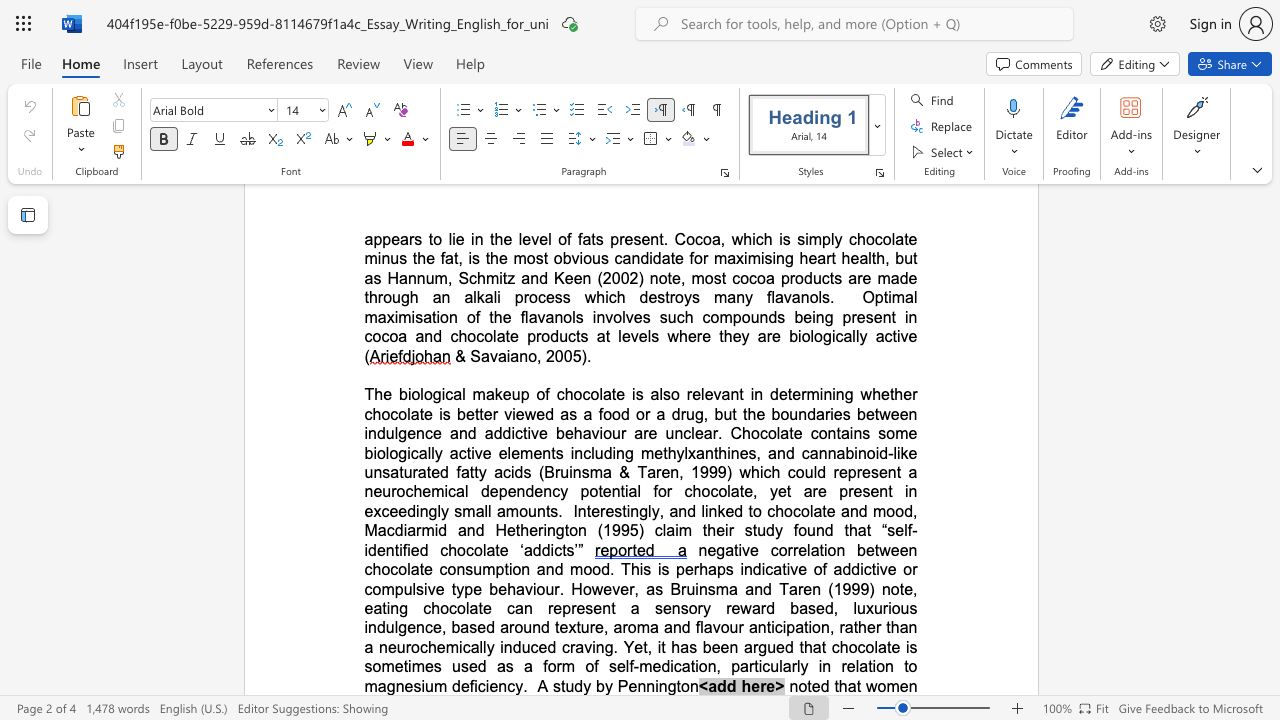 The height and width of the screenshot is (720, 1280). What do you see at coordinates (717, 685) in the screenshot?
I see `the subset text "dd here>" within the text "<add here>"` at bounding box center [717, 685].